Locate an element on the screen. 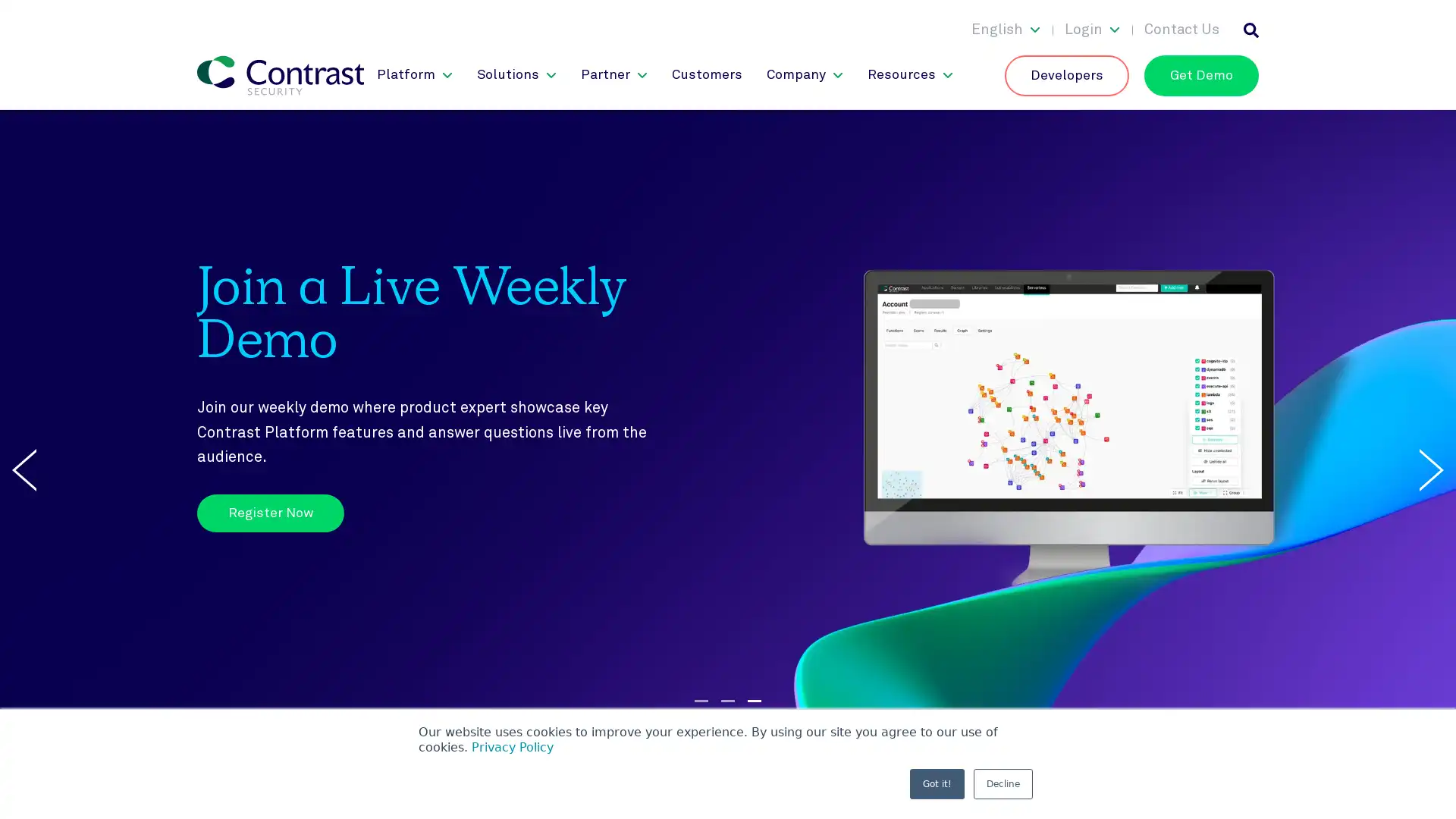  Decline is located at coordinates (1003, 783).